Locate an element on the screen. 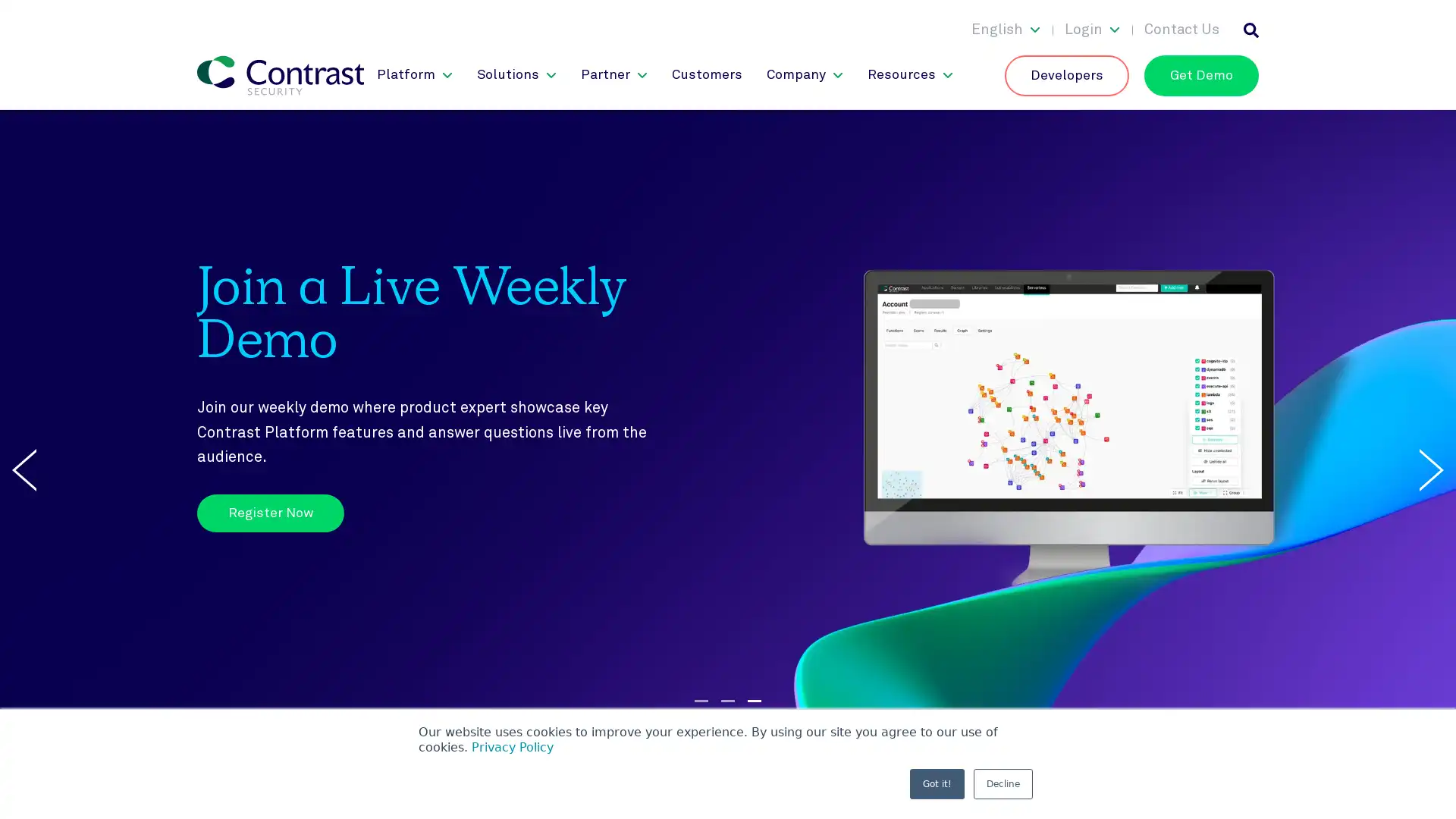  Decline is located at coordinates (1003, 783).